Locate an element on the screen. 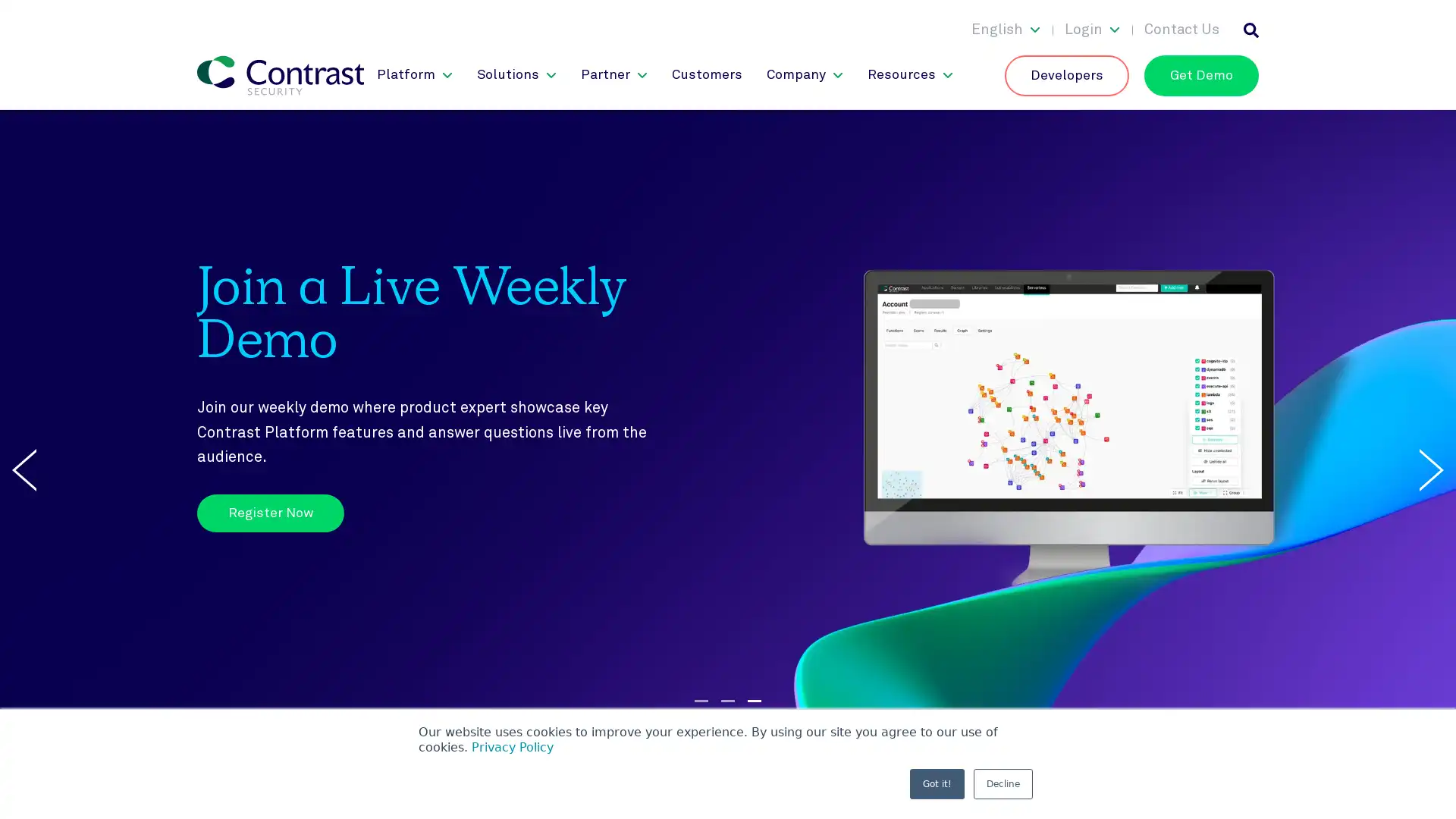  Decline is located at coordinates (1003, 783).